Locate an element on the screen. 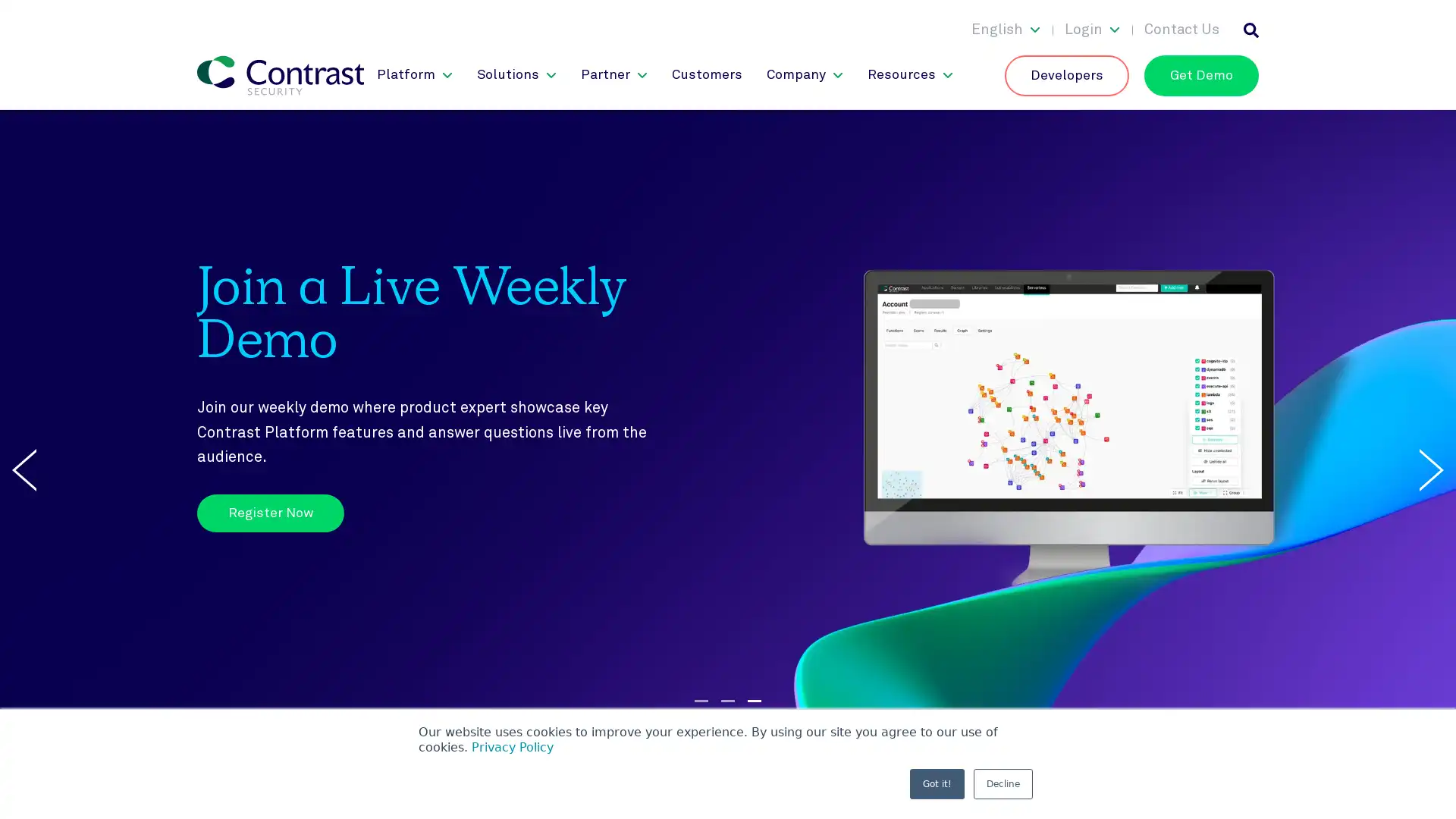  Decline is located at coordinates (1003, 783).